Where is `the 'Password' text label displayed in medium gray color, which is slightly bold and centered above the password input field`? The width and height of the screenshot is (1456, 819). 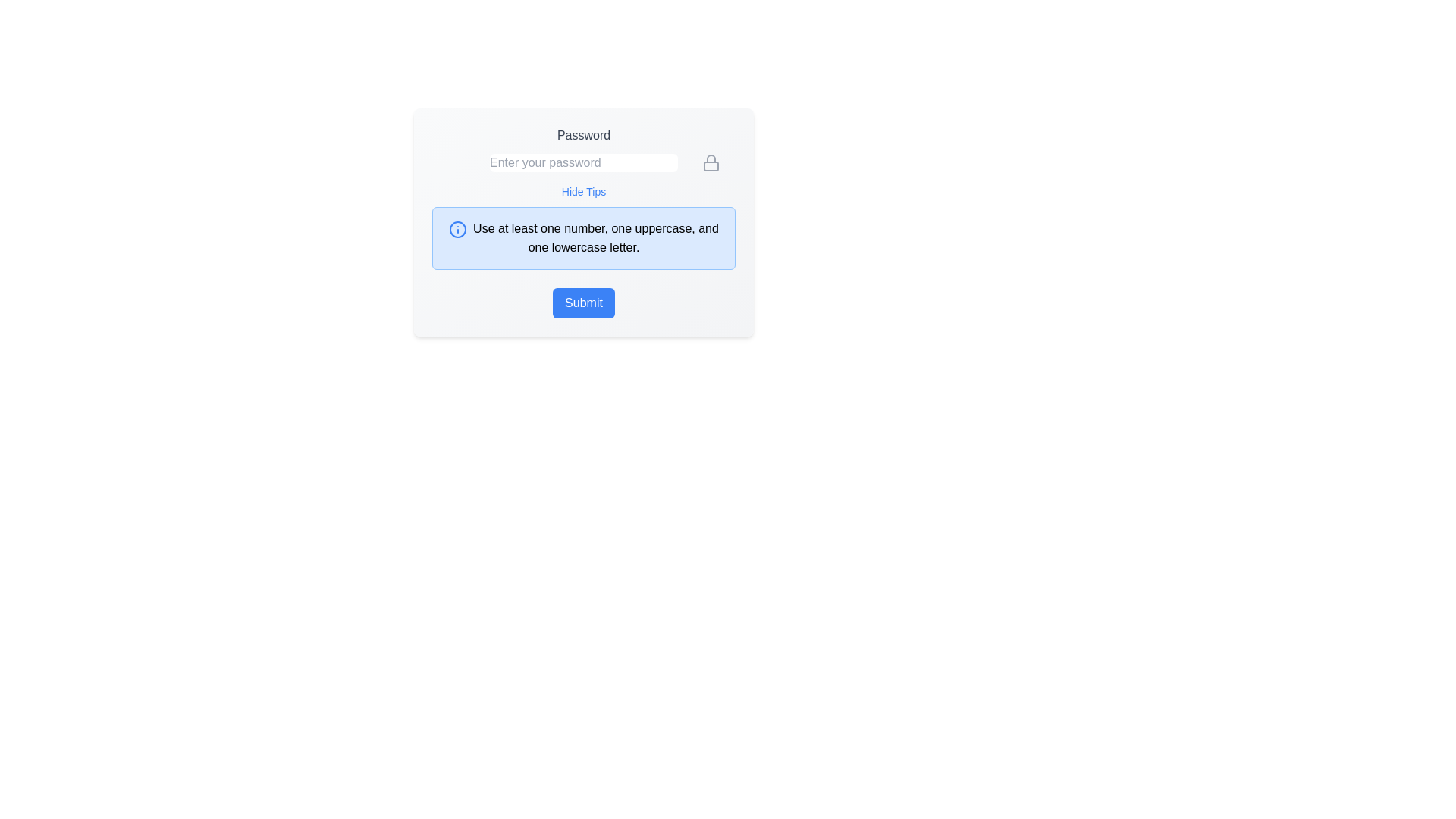
the 'Password' text label displayed in medium gray color, which is slightly bold and centered above the password input field is located at coordinates (582, 134).